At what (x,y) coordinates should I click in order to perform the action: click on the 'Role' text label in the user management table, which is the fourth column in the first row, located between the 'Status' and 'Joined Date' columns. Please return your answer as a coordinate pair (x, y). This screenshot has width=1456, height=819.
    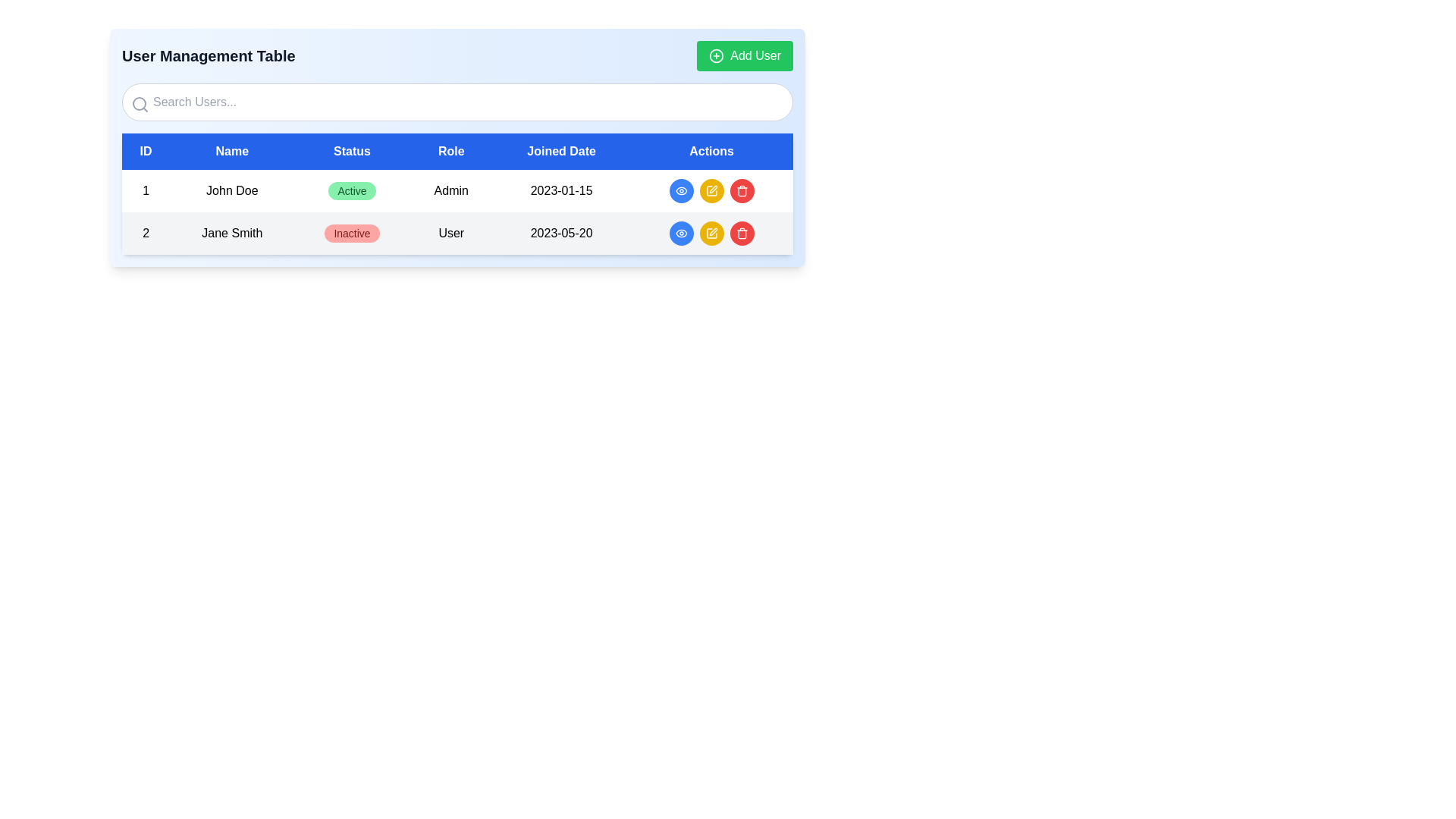
    Looking at the image, I should click on (450, 190).